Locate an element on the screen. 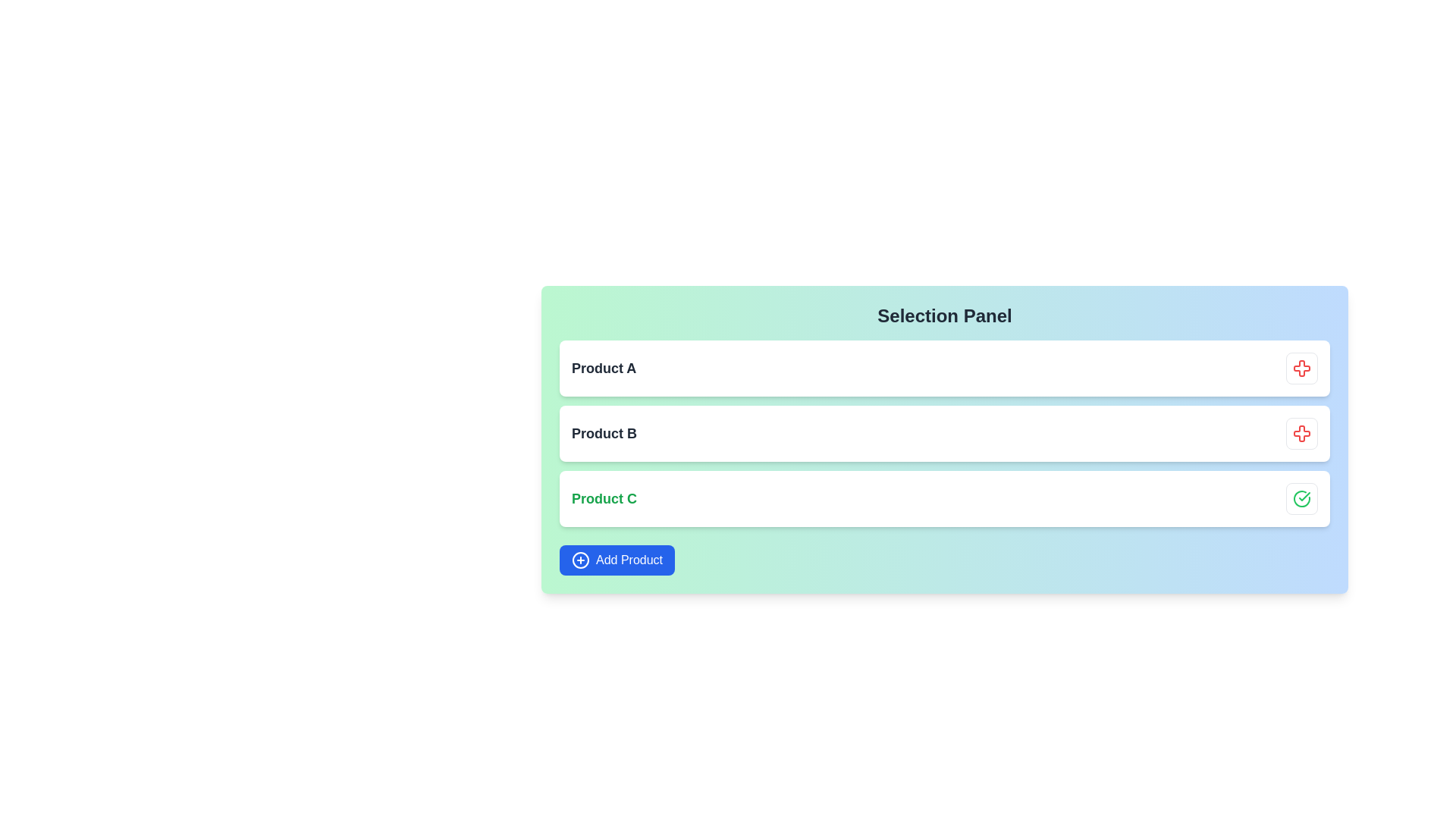 The height and width of the screenshot is (819, 1456). the removal button with a red cross icon located in the top-right corner of the 'Product A' item is located at coordinates (1301, 369).